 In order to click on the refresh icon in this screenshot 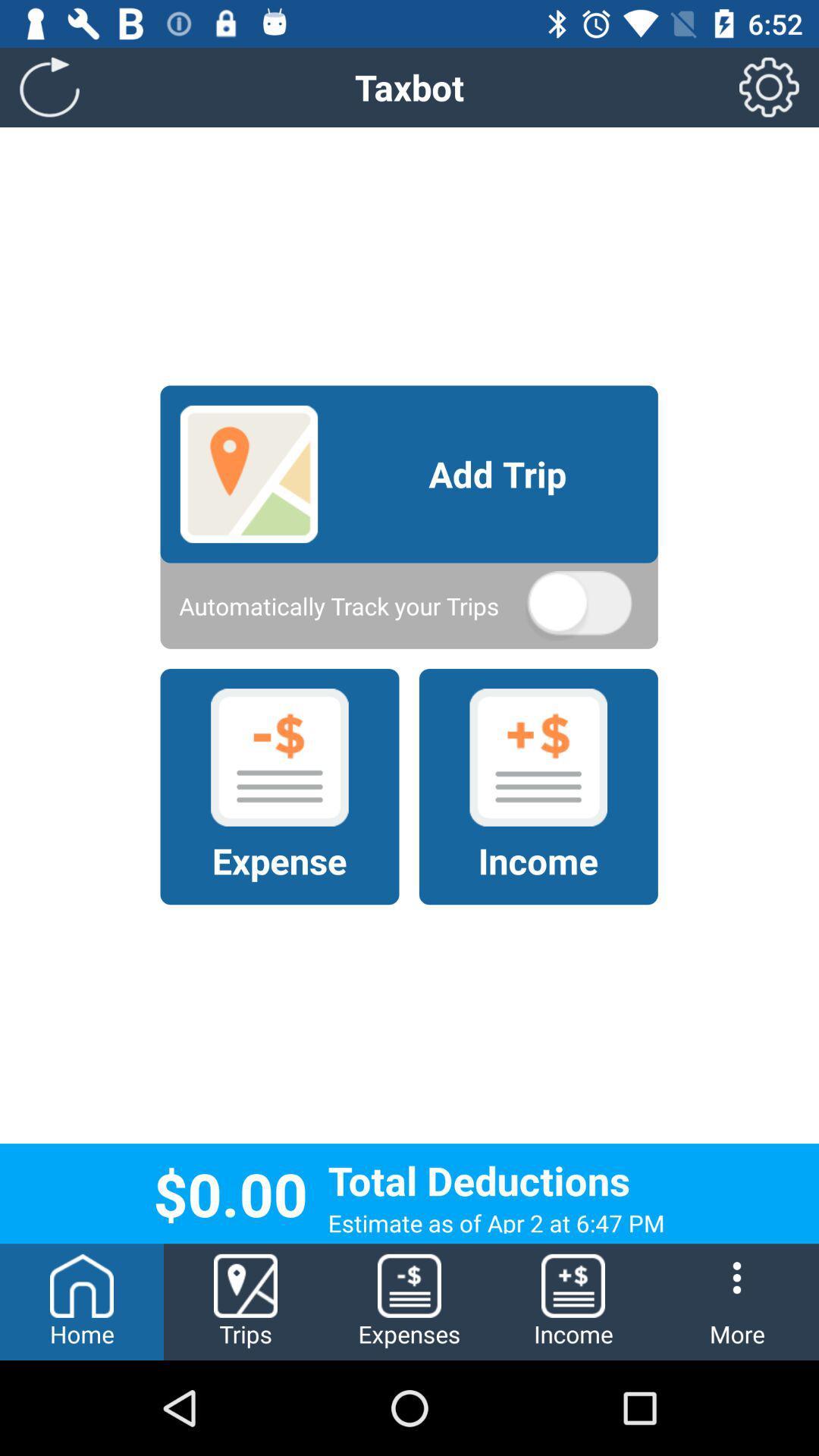, I will do `click(49, 86)`.